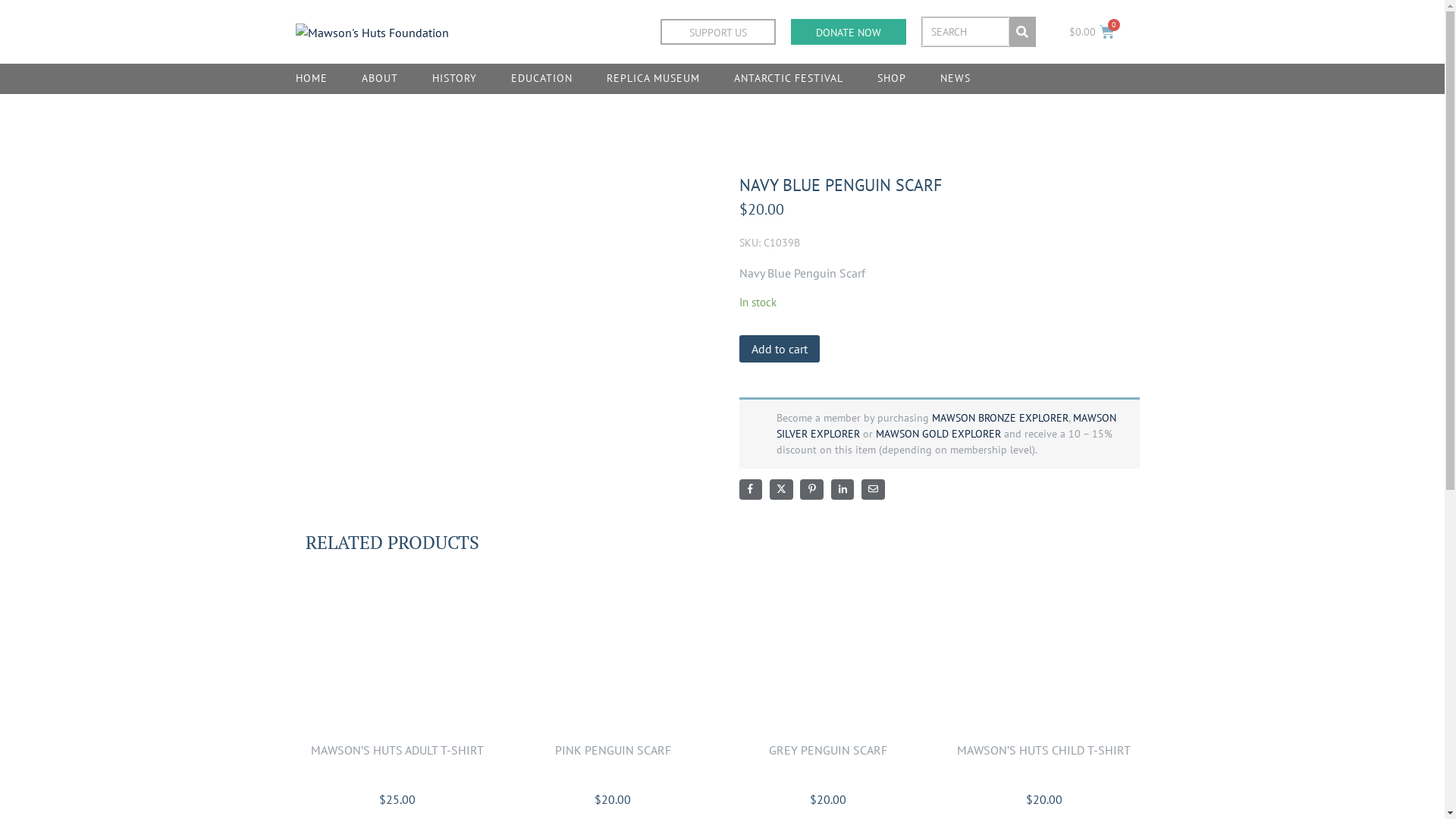 The image size is (1456, 819). What do you see at coordinates (937, 433) in the screenshot?
I see `'MAWSON GOLD EXPLORER'` at bounding box center [937, 433].